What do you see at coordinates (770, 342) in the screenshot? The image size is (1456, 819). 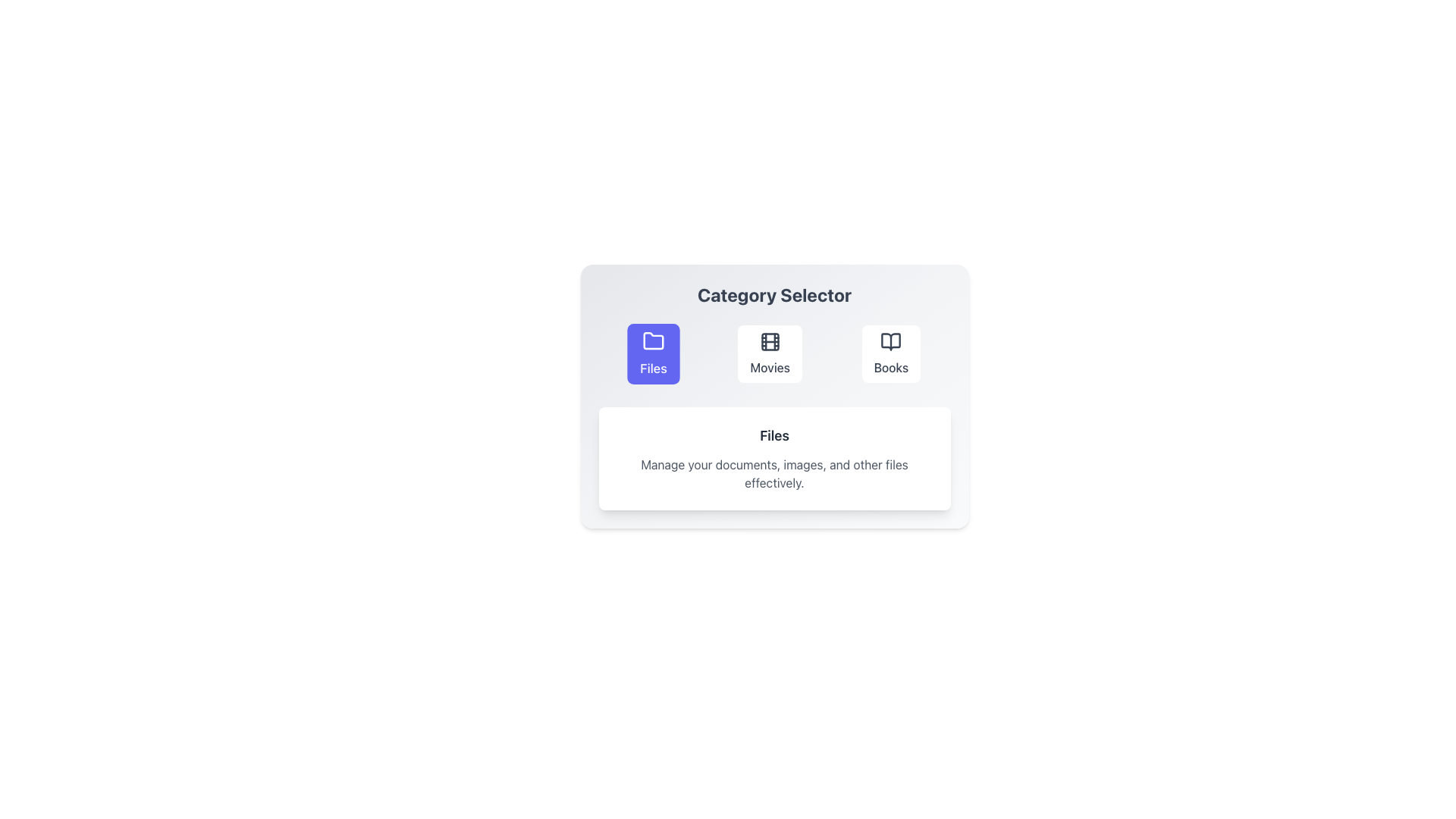 I see `the Decorative UI Element (Rounded Rectangle) located within the film reel icon, which is positioned in the center of the 'Movies' button` at bounding box center [770, 342].